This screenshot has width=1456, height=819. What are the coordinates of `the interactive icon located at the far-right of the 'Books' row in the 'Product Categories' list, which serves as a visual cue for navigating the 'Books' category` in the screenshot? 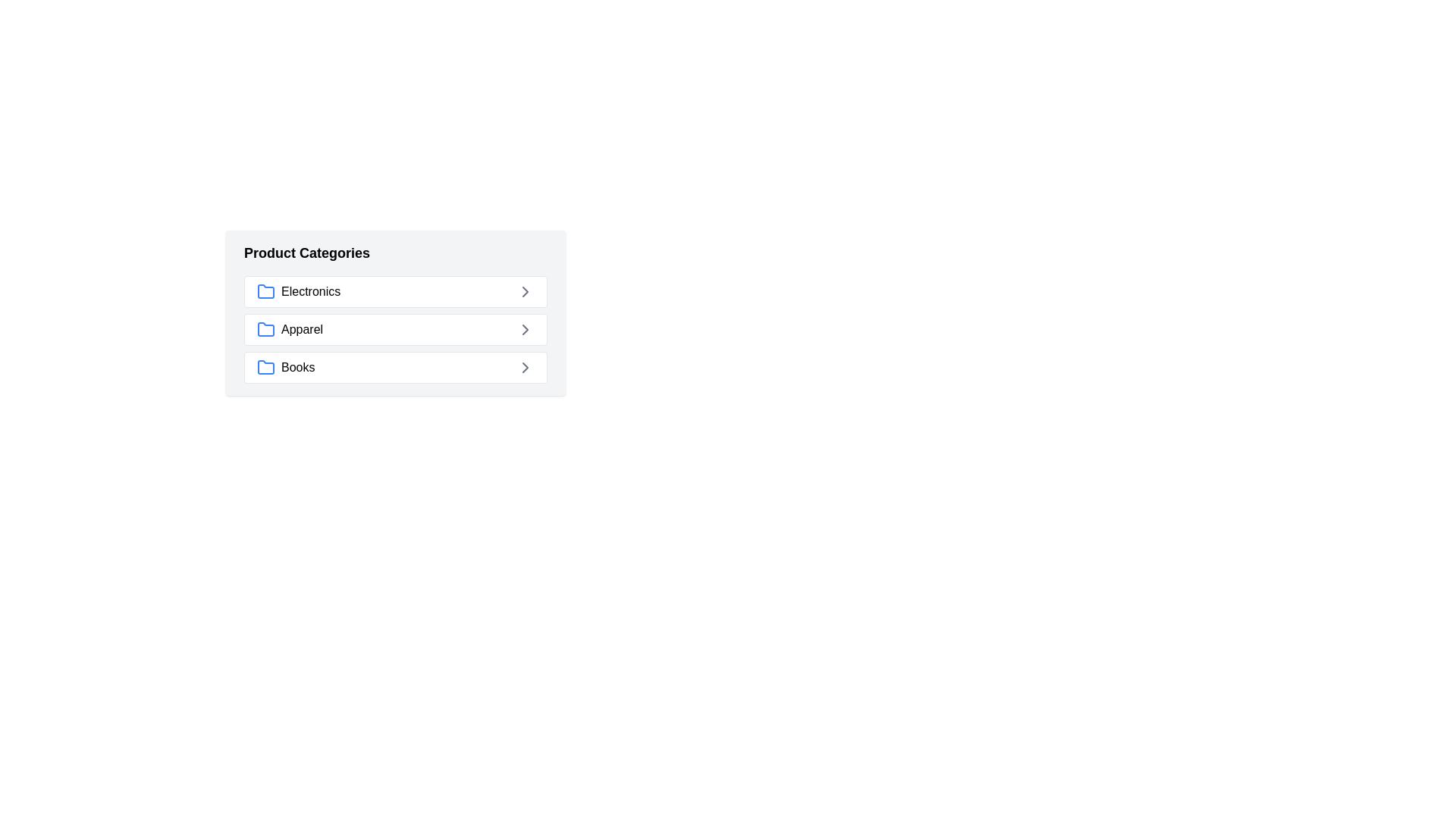 It's located at (525, 368).